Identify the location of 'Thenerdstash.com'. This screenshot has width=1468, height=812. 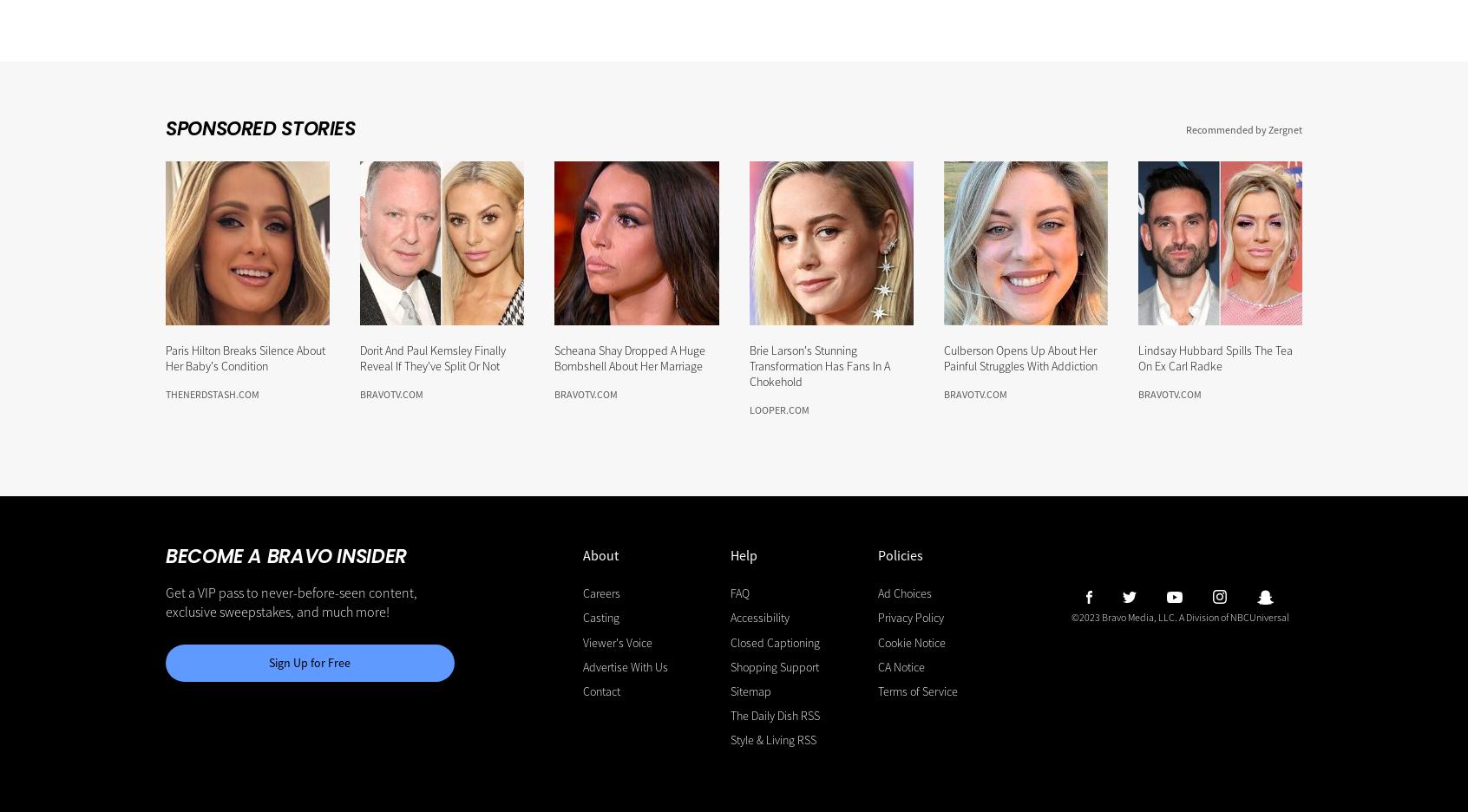
(213, 394).